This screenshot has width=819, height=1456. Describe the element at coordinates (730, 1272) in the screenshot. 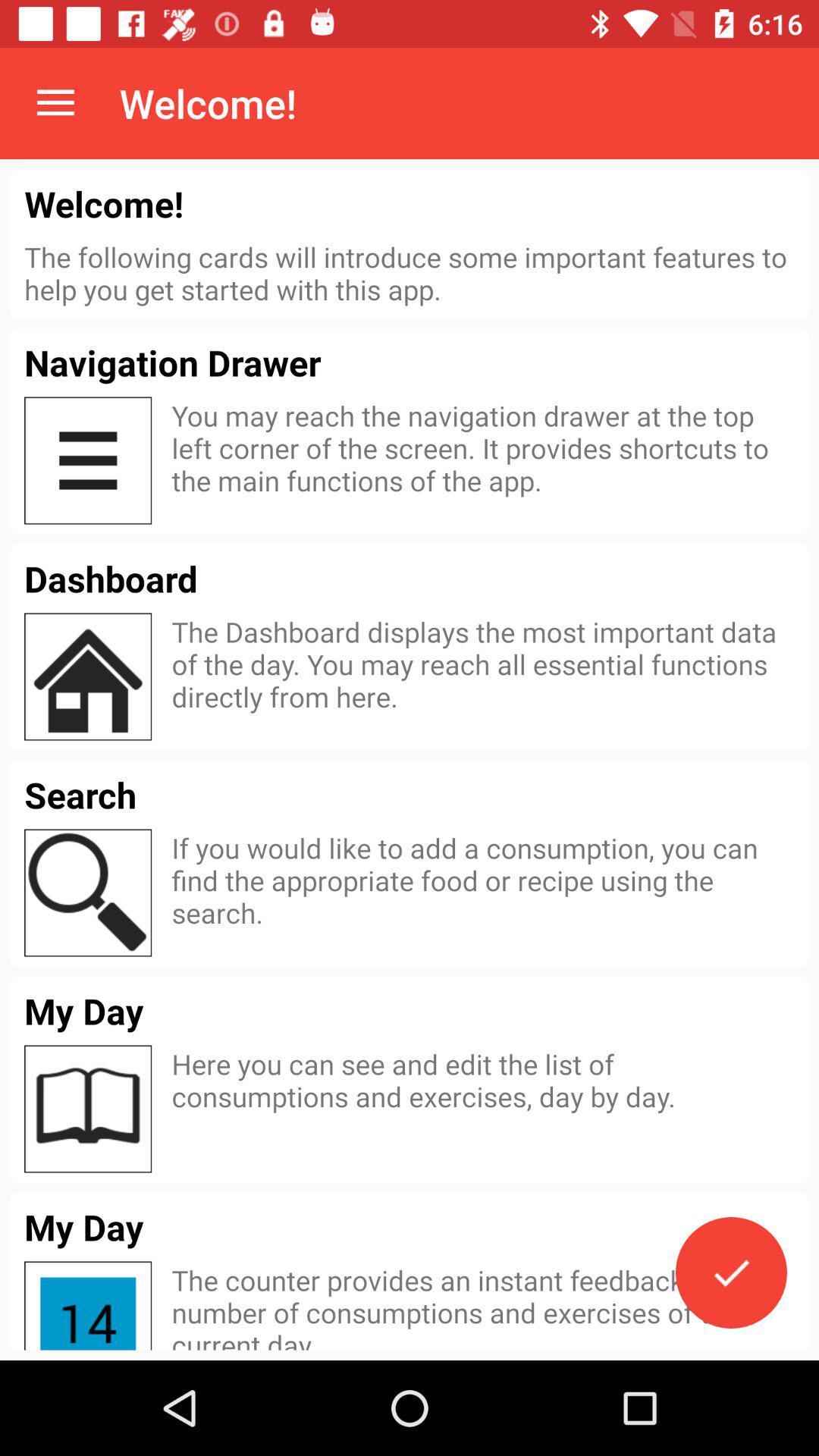

I see `icon at the bottom right corner` at that location.